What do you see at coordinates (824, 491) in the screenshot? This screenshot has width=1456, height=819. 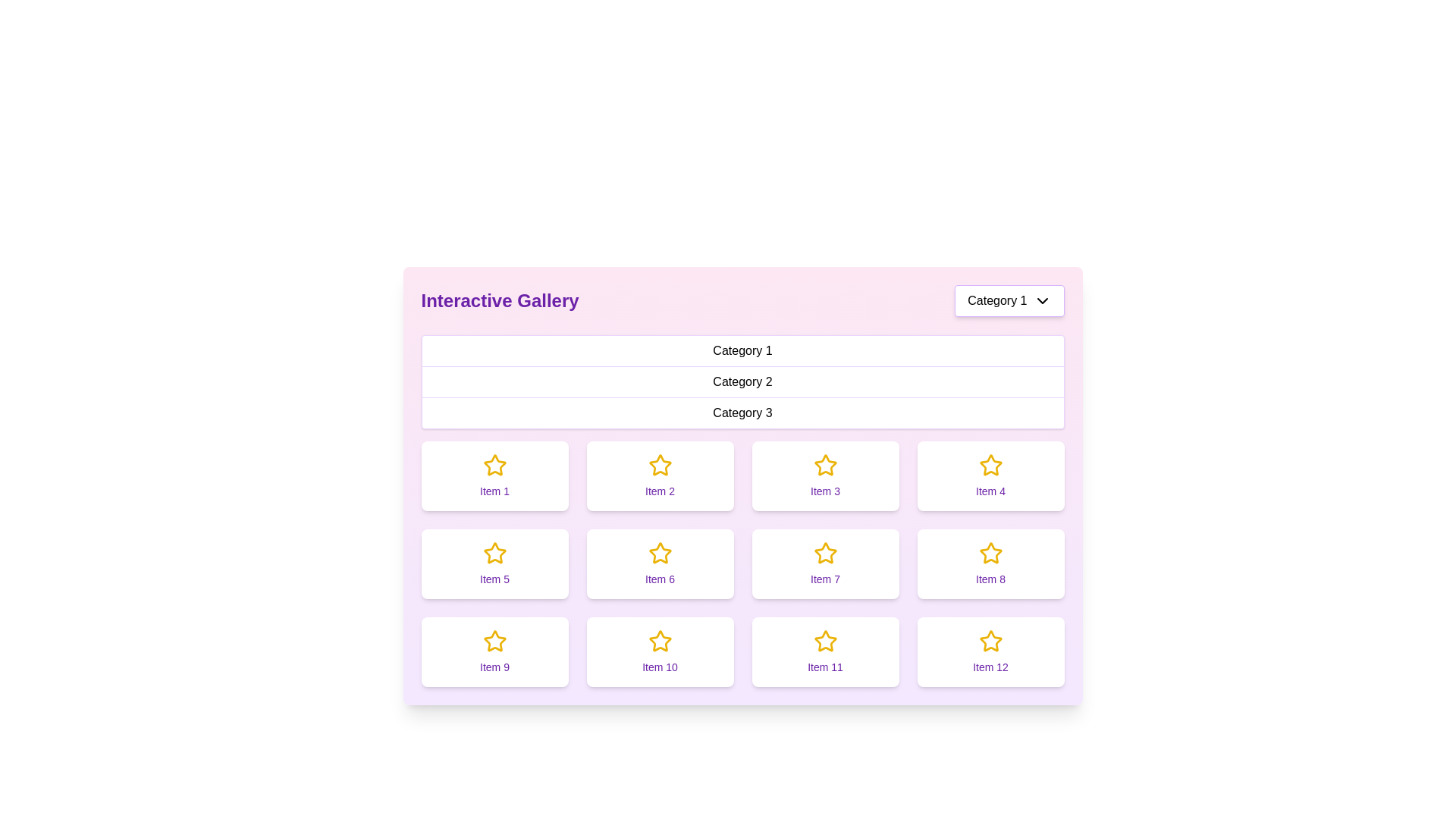 I see `the text label located at the center-bottom of the card in the first row, third column, which identifies the card and is positioned directly below a yellow star icon` at bounding box center [824, 491].